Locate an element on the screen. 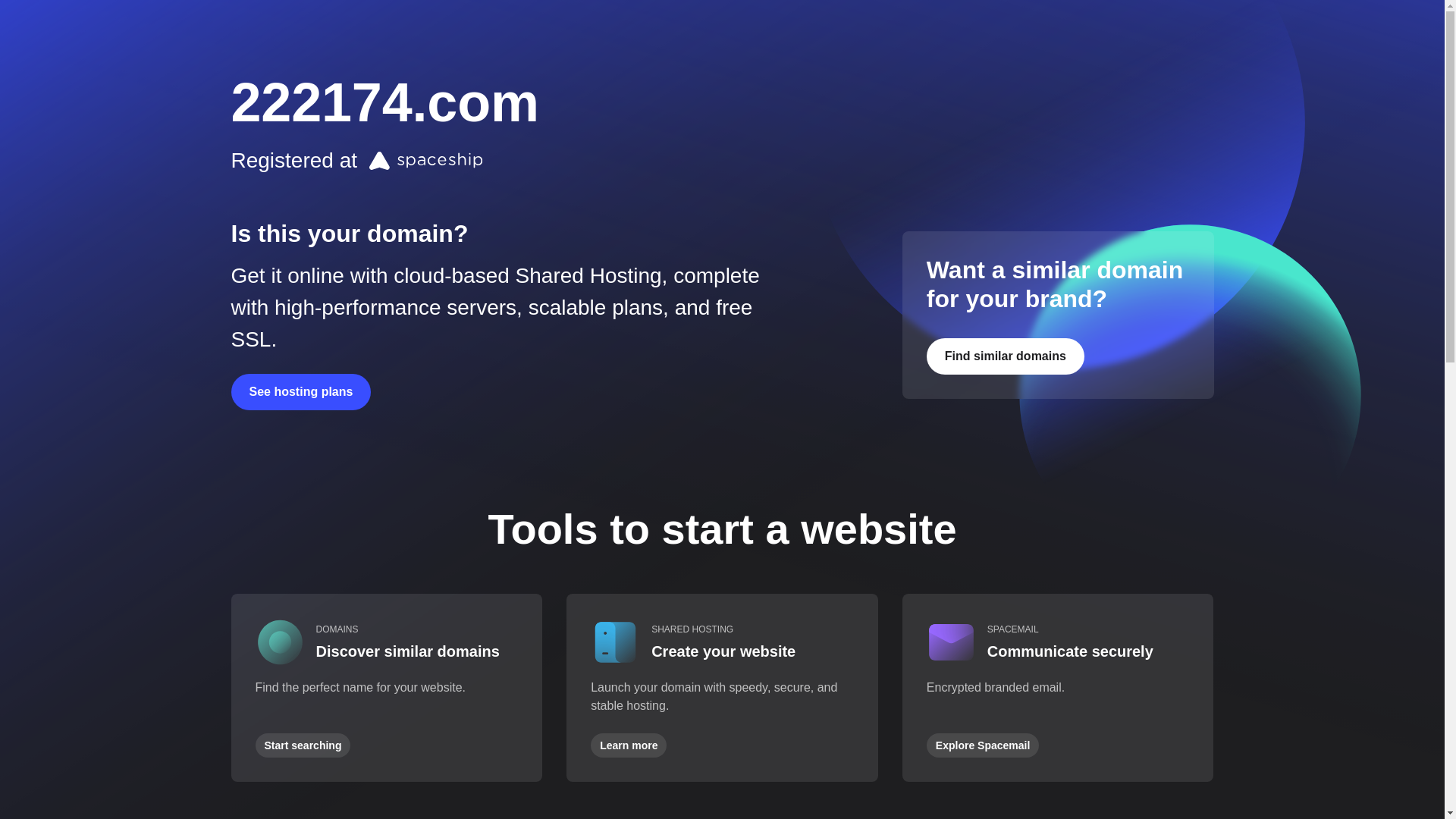 This screenshot has height=819, width=1456. 'Explore Spacemail' is located at coordinates (983, 745).